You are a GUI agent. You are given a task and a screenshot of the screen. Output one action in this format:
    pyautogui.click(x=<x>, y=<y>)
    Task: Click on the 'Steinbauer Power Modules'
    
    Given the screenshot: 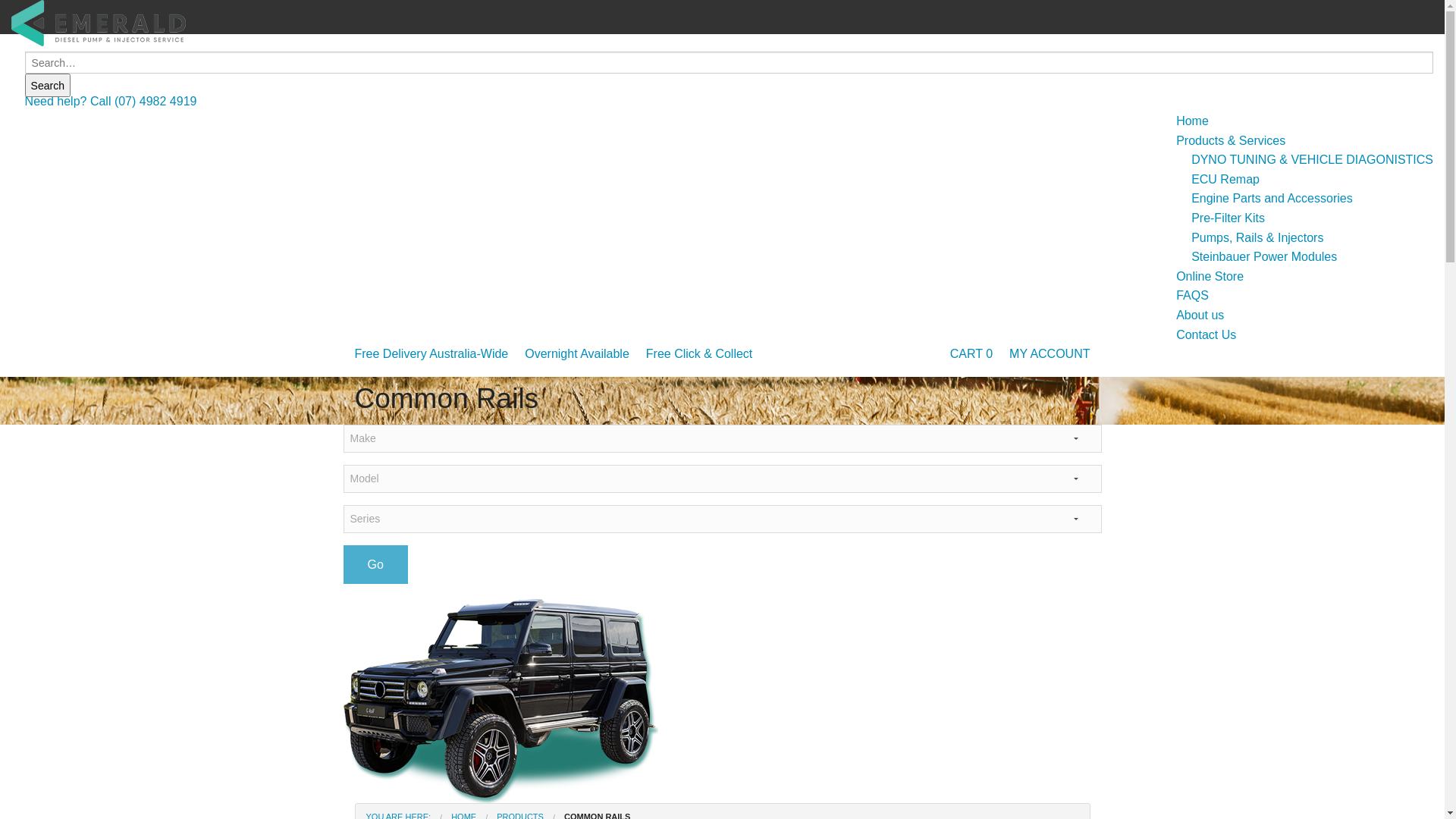 What is the action you would take?
    pyautogui.click(x=1190, y=256)
    